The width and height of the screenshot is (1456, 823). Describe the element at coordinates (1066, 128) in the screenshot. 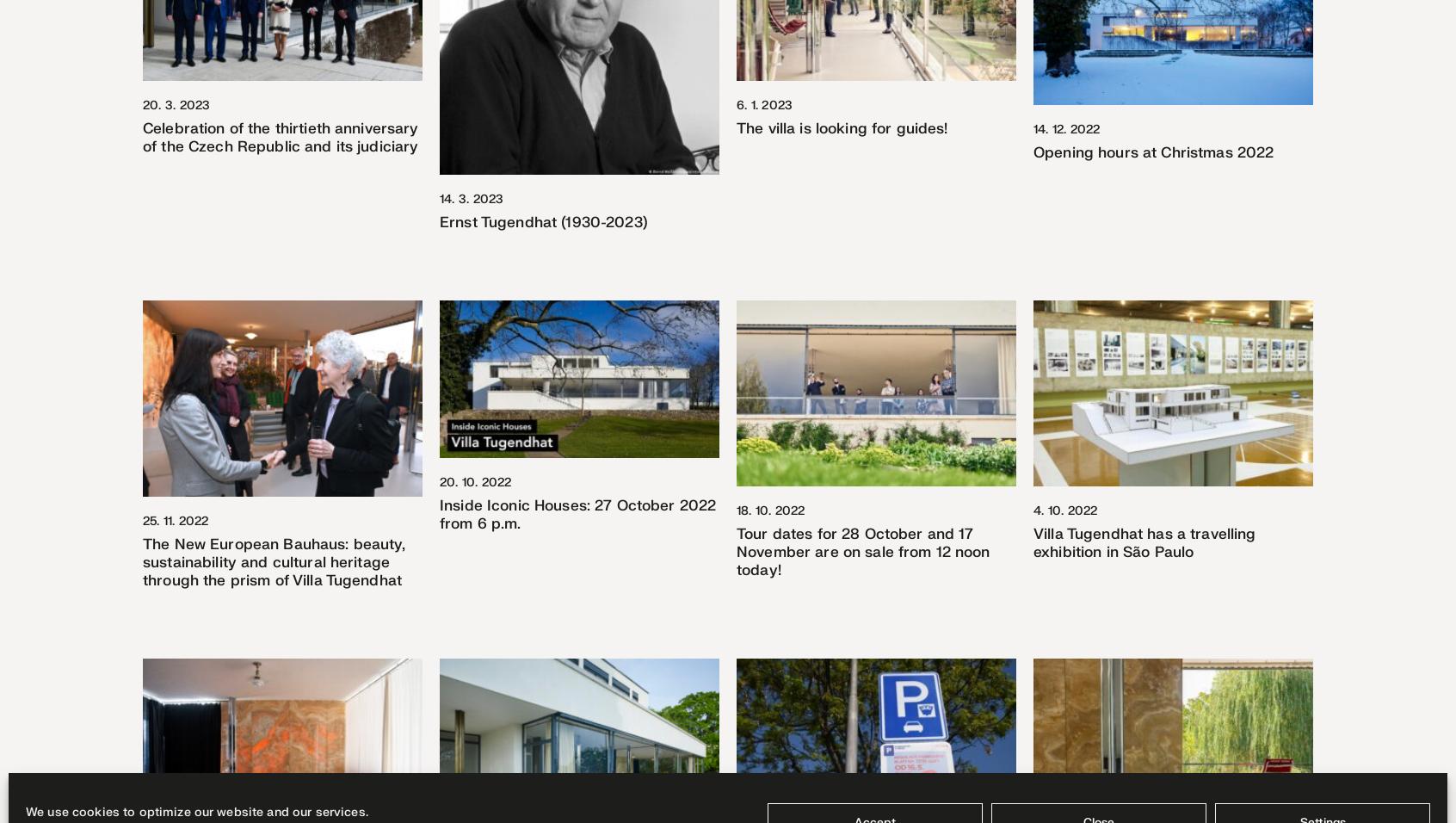

I see `'14. 12. 2022'` at that location.